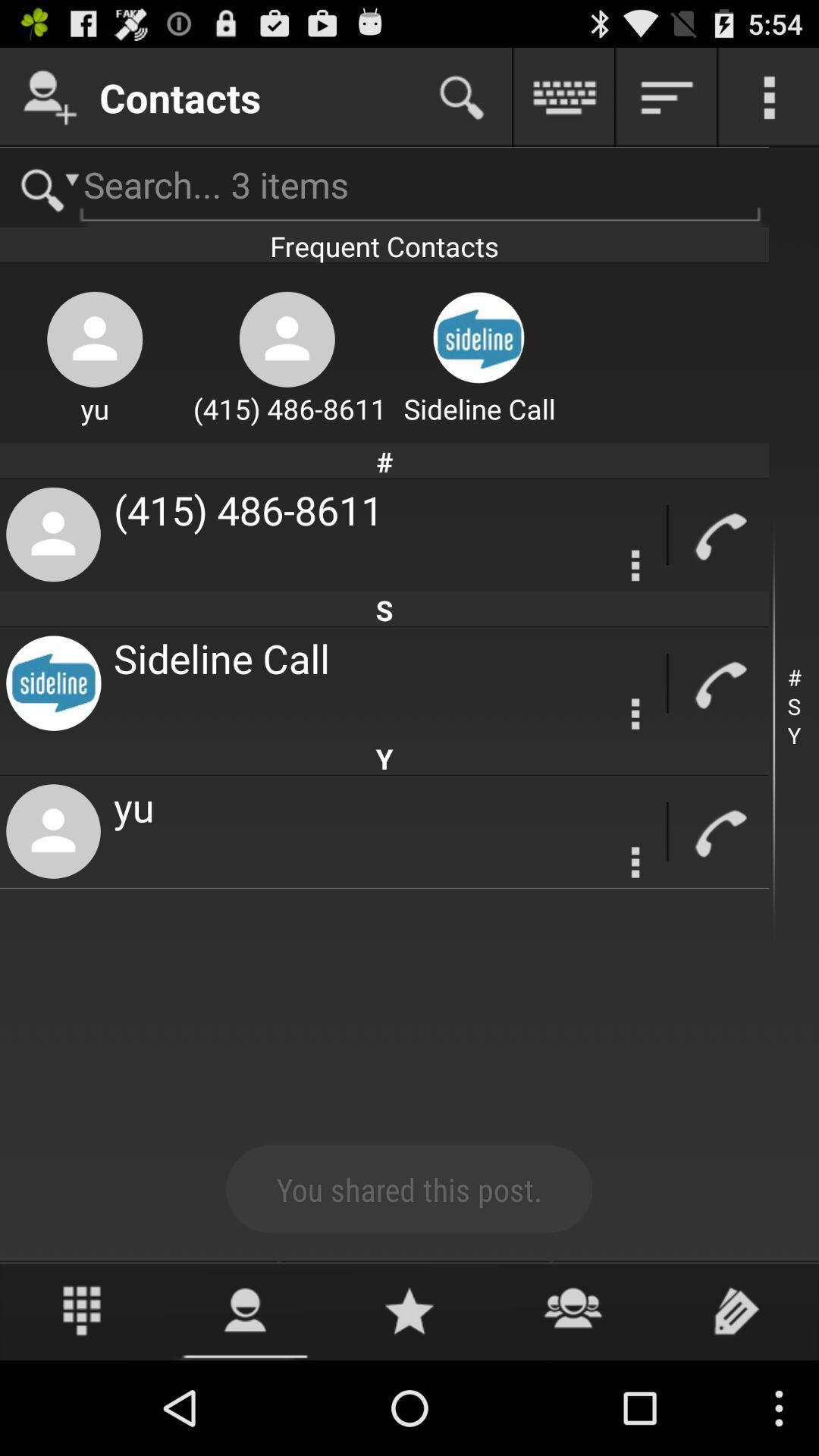 Image resolution: width=819 pixels, height=1456 pixels. Describe the element at coordinates (383, 187) in the screenshot. I see `search term` at that location.